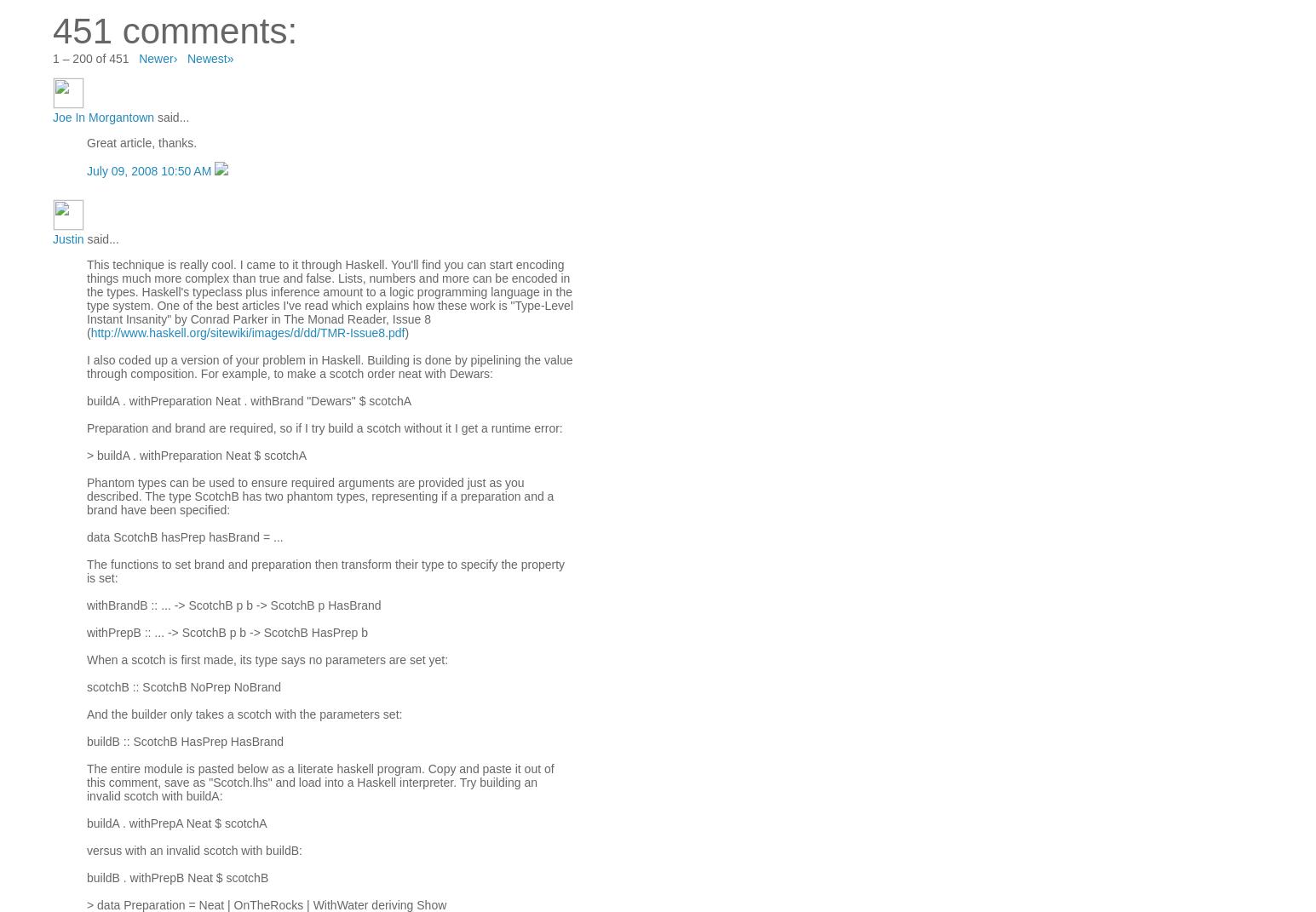 This screenshot has width=1316, height=912. Describe the element at coordinates (266, 658) in the screenshot. I see `'When a scotch is first made, its type says no parameters are set yet:'` at that location.